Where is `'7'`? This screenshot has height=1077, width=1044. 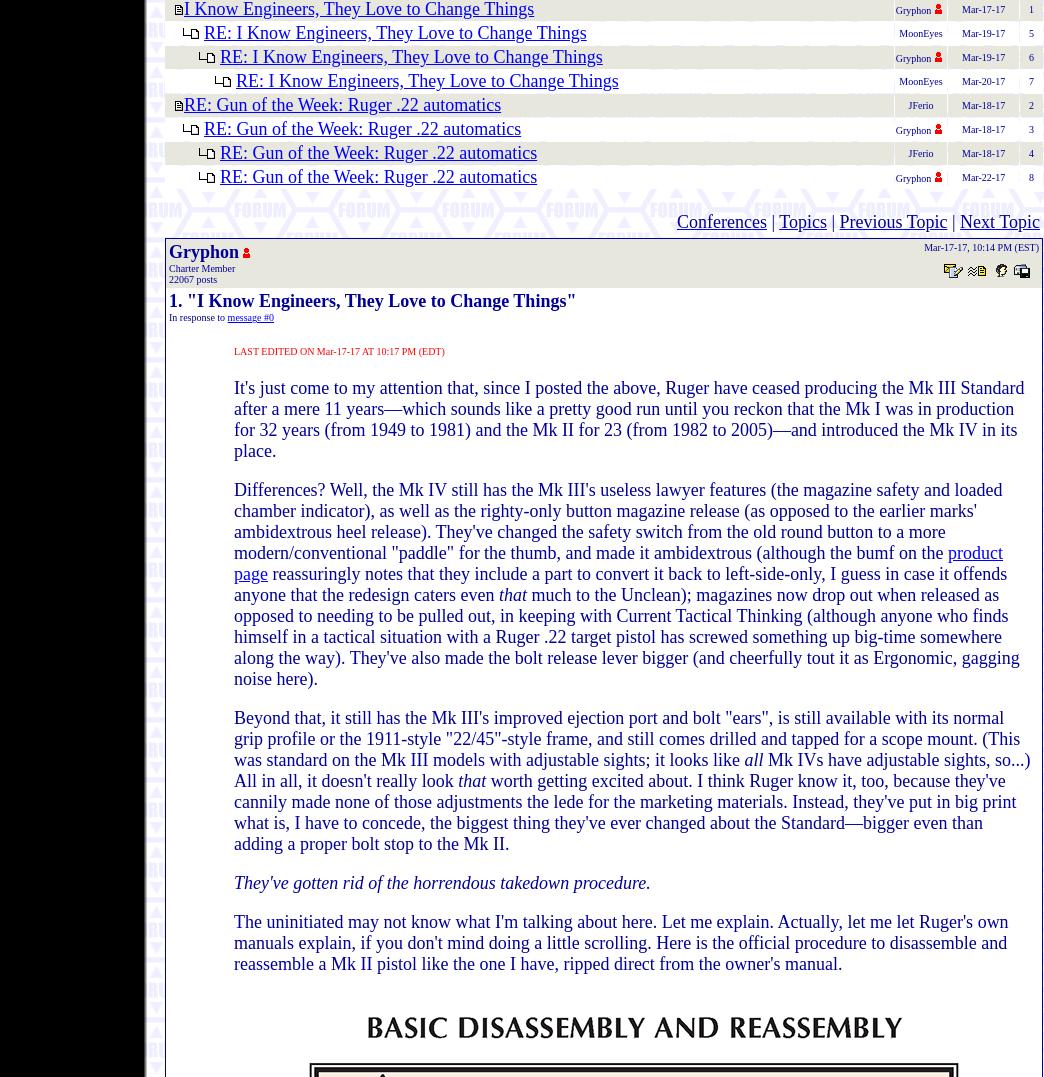 '7' is located at coordinates (1030, 81).